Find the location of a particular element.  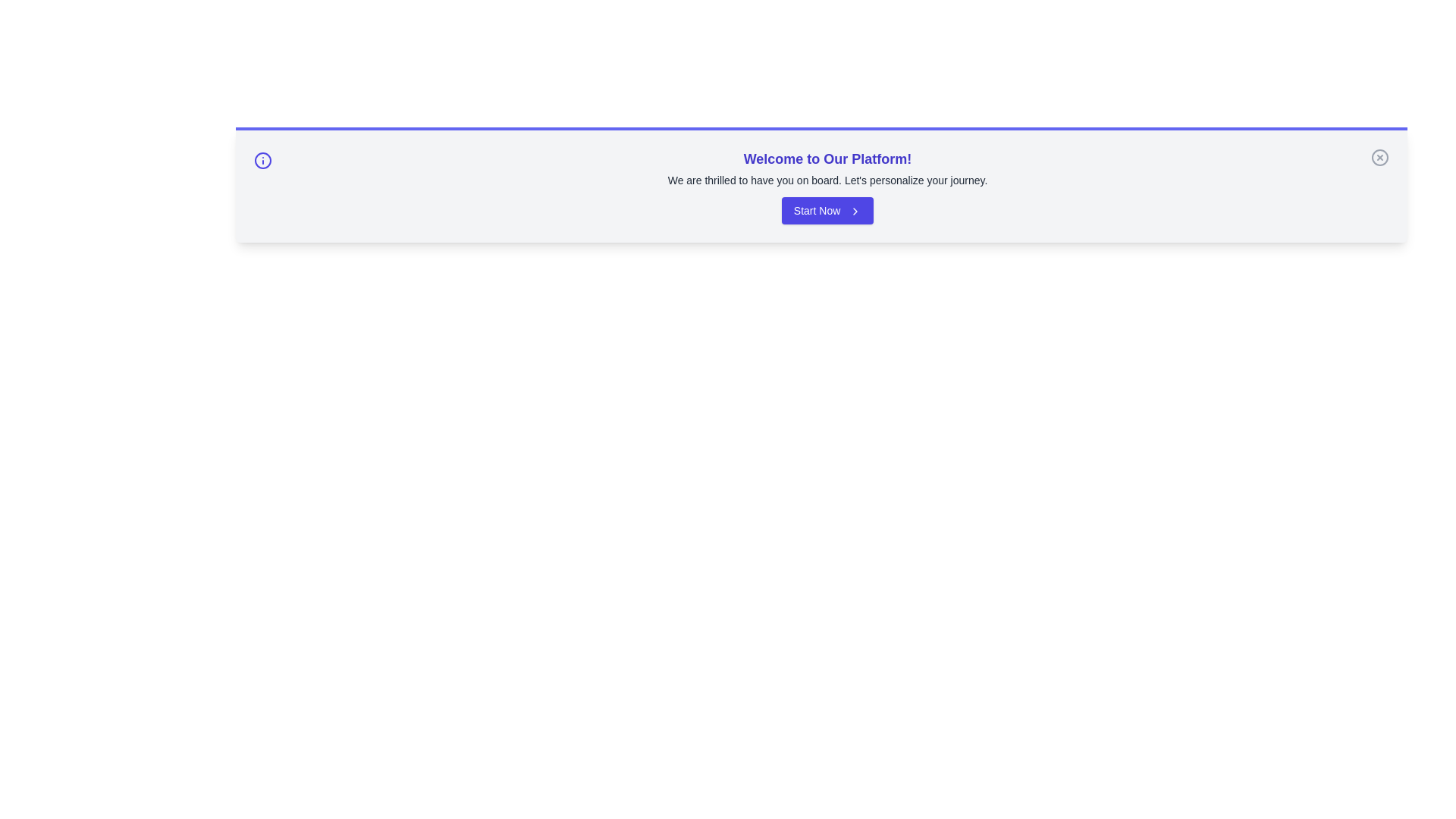

the close button to dismiss the alert is located at coordinates (1379, 158).